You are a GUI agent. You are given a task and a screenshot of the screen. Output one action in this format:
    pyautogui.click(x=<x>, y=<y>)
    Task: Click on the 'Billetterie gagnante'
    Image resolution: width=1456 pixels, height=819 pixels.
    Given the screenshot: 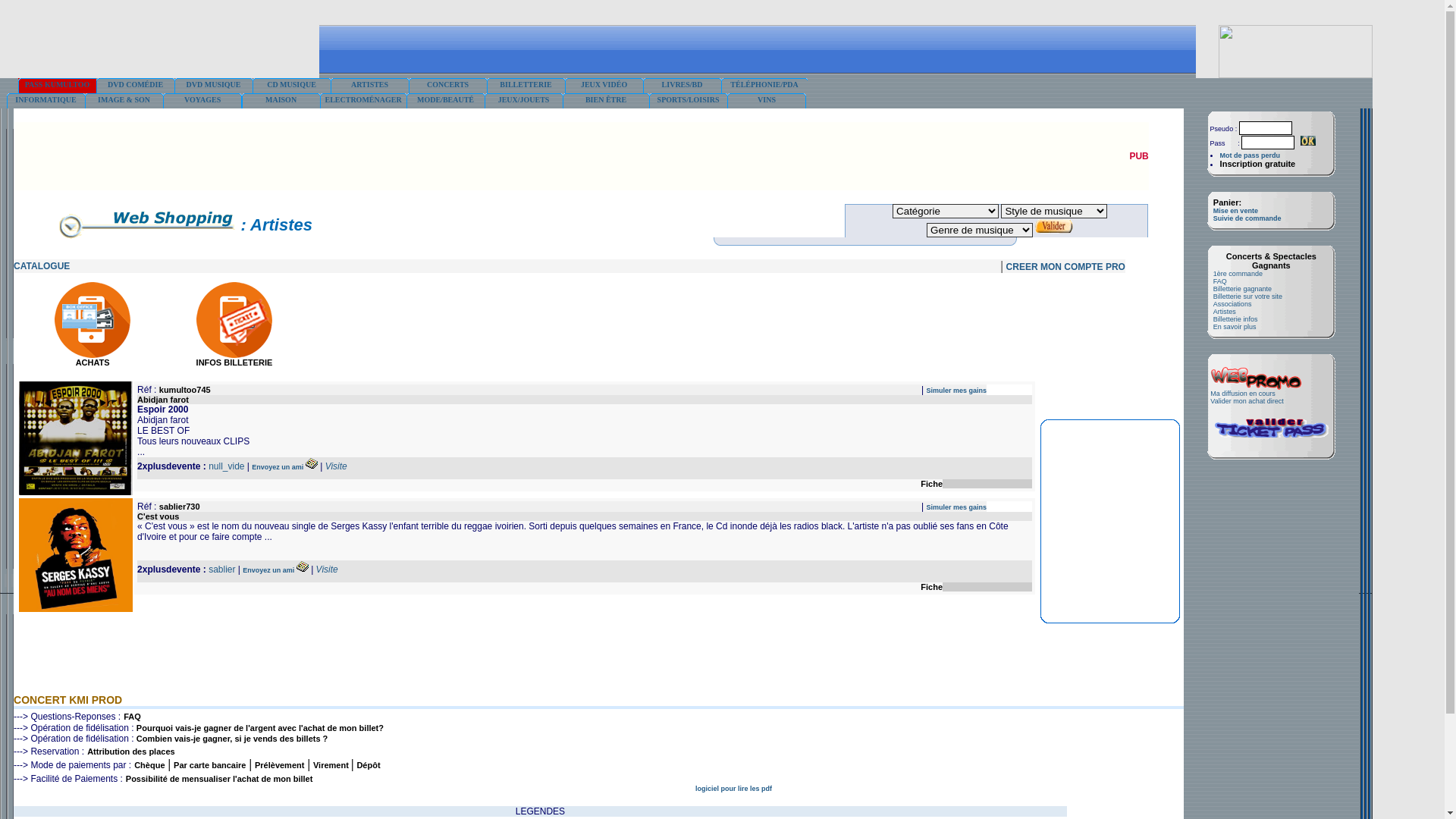 What is the action you would take?
    pyautogui.click(x=1242, y=289)
    